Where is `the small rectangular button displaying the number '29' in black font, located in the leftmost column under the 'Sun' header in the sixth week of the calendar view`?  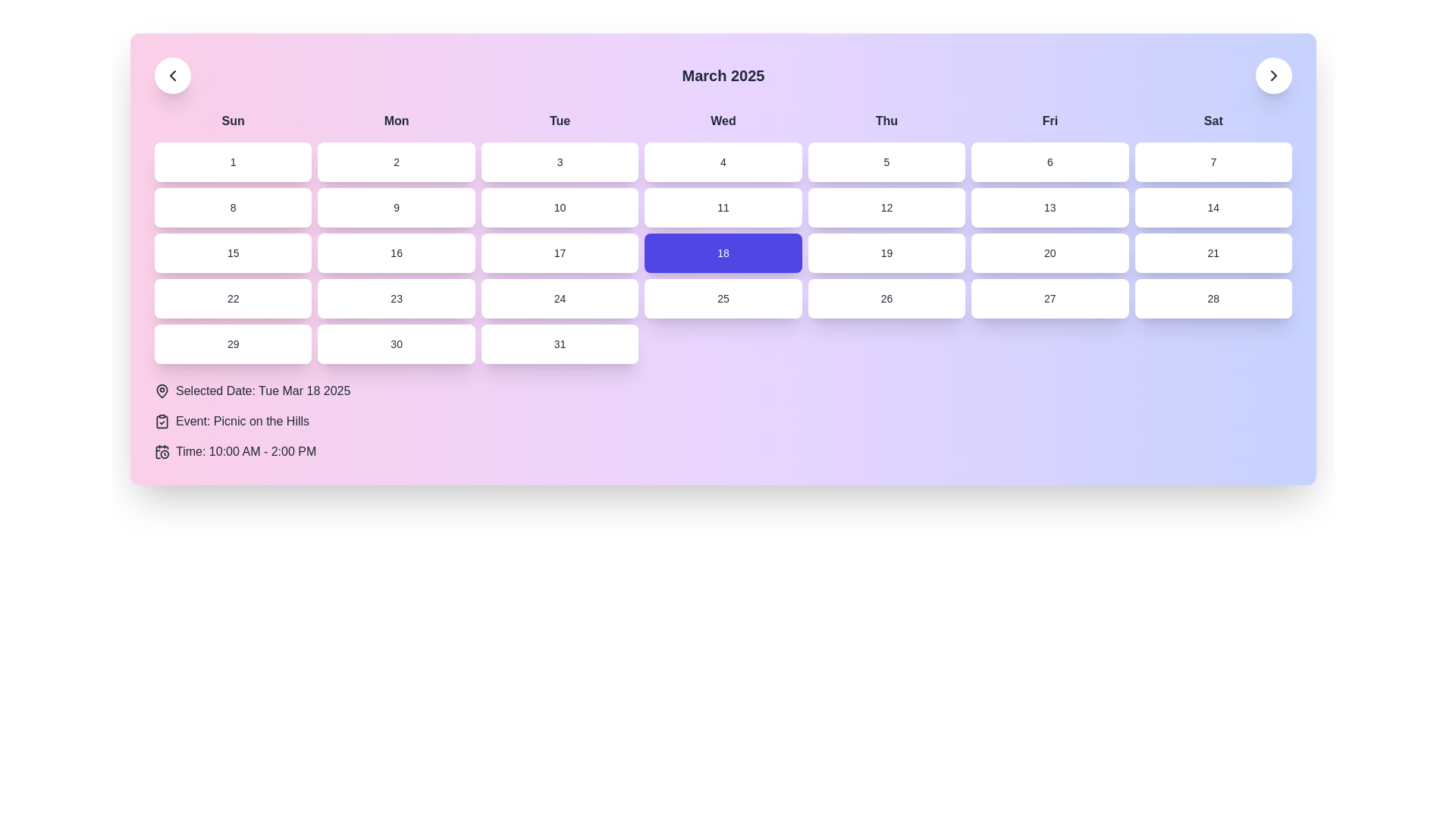
the small rectangular button displaying the number '29' in black font, located in the leftmost column under the 'Sun' header in the sixth week of the calendar view is located at coordinates (232, 344).